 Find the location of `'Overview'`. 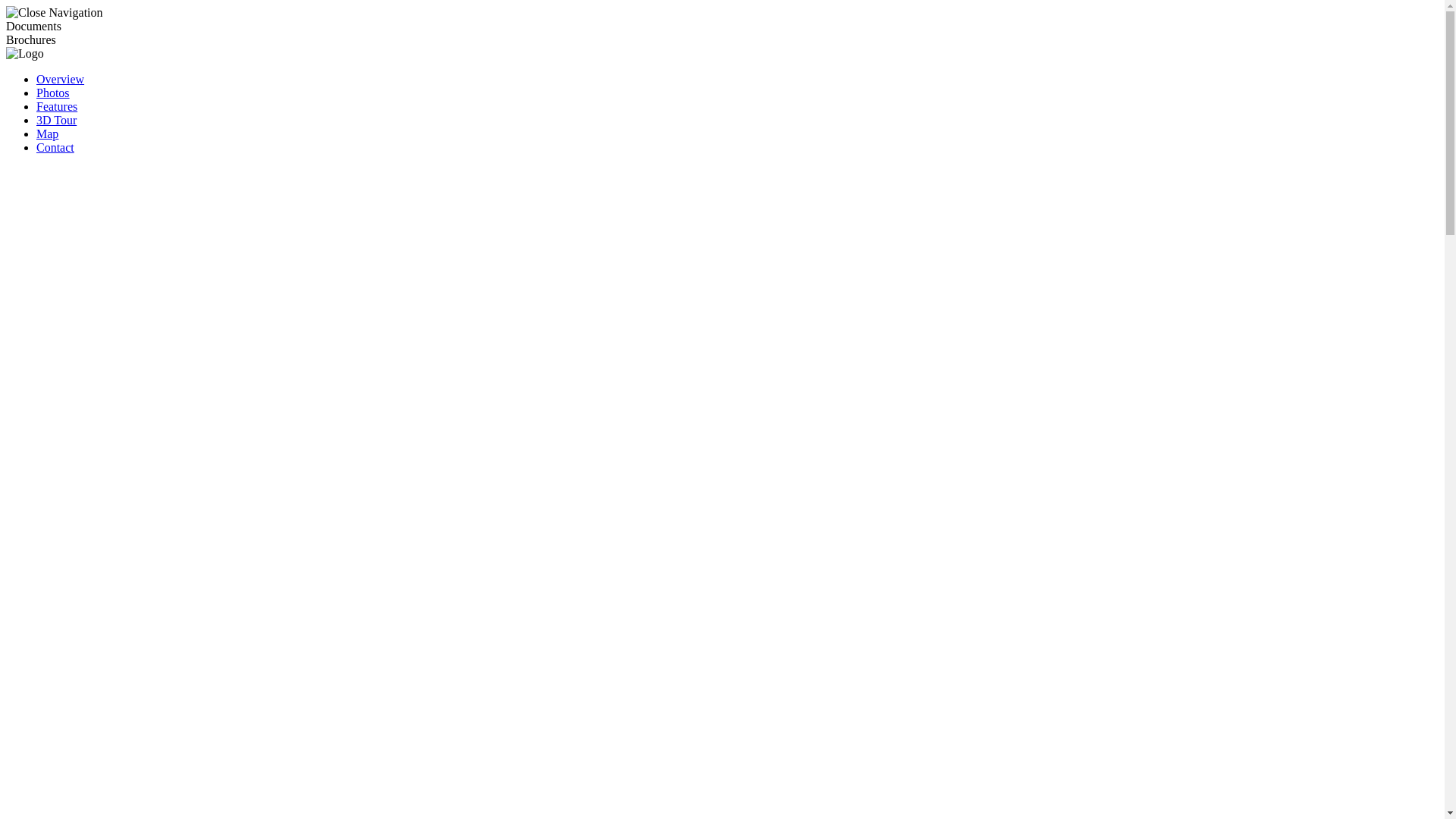

'Overview' is located at coordinates (60, 79).